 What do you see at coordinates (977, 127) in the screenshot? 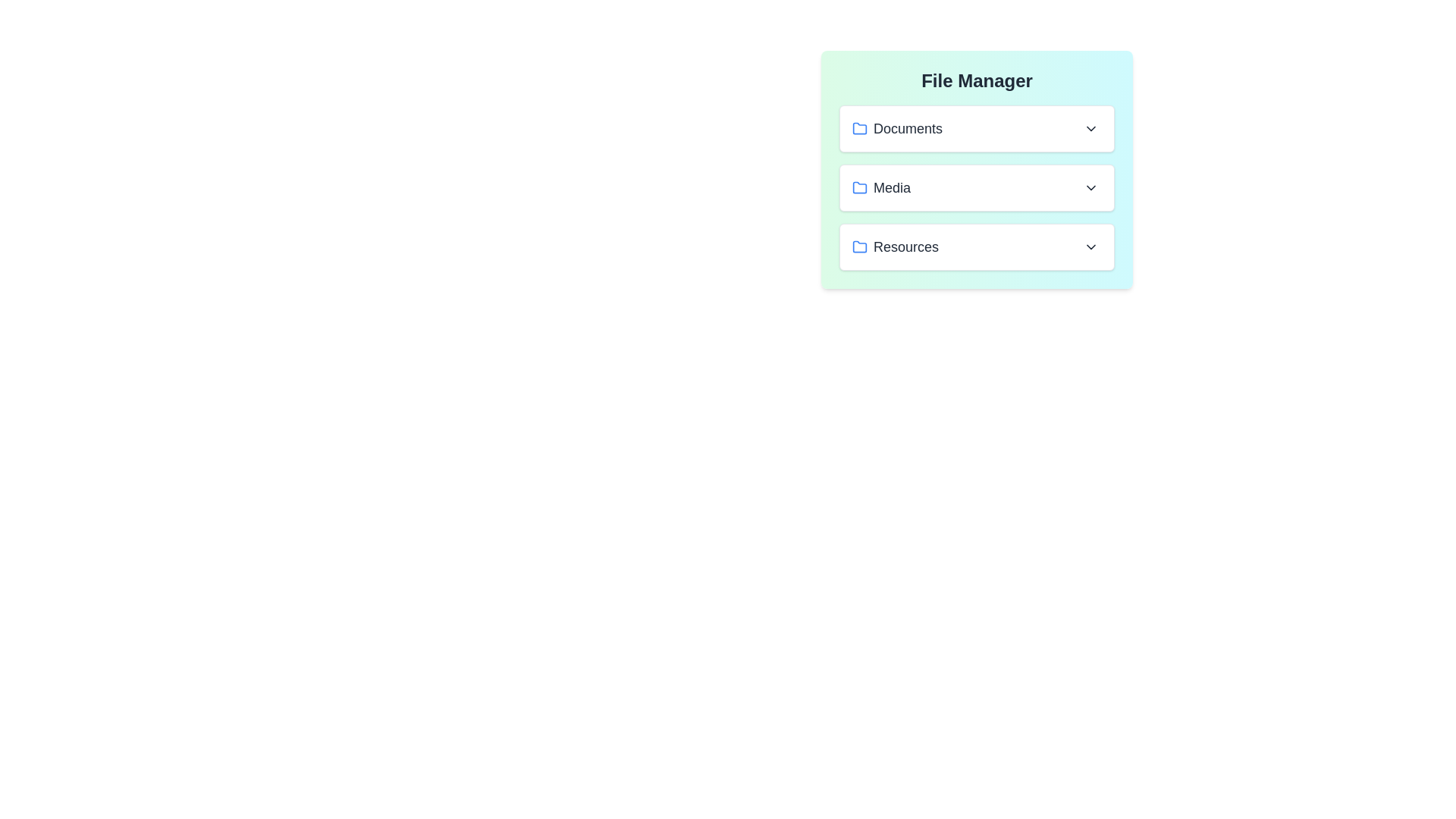
I see `the file Tutorial.pdf from the folder Documents` at bounding box center [977, 127].